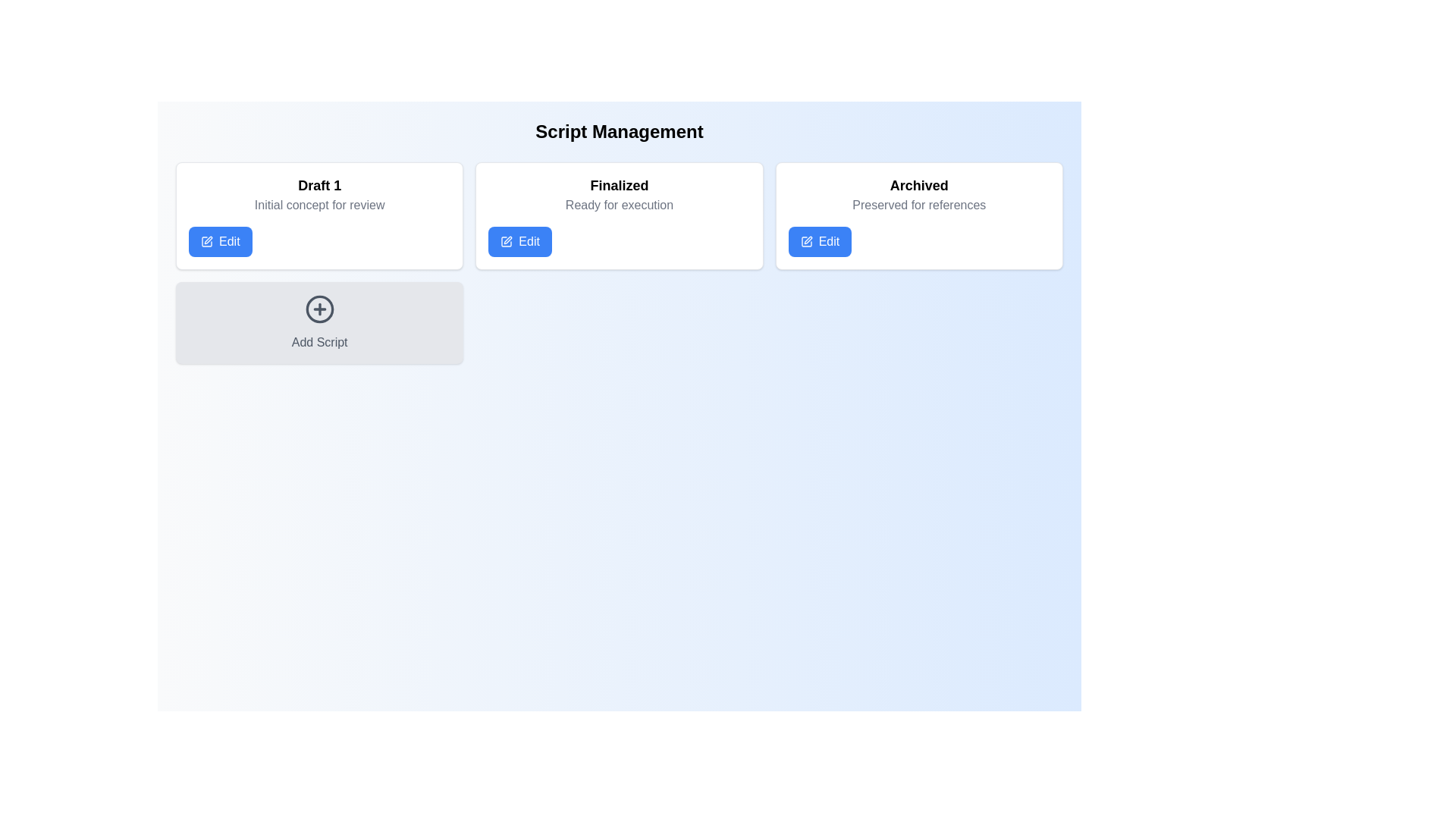 Image resolution: width=1456 pixels, height=819 pixels. What do you see at coordinates (318, 322) in the screenshot?
I see `the 'Add Script' button, which has a light gray background, rounded corners, a centered circular outline with a plus icon, and the label underneath` at bounding box center [318, 322].